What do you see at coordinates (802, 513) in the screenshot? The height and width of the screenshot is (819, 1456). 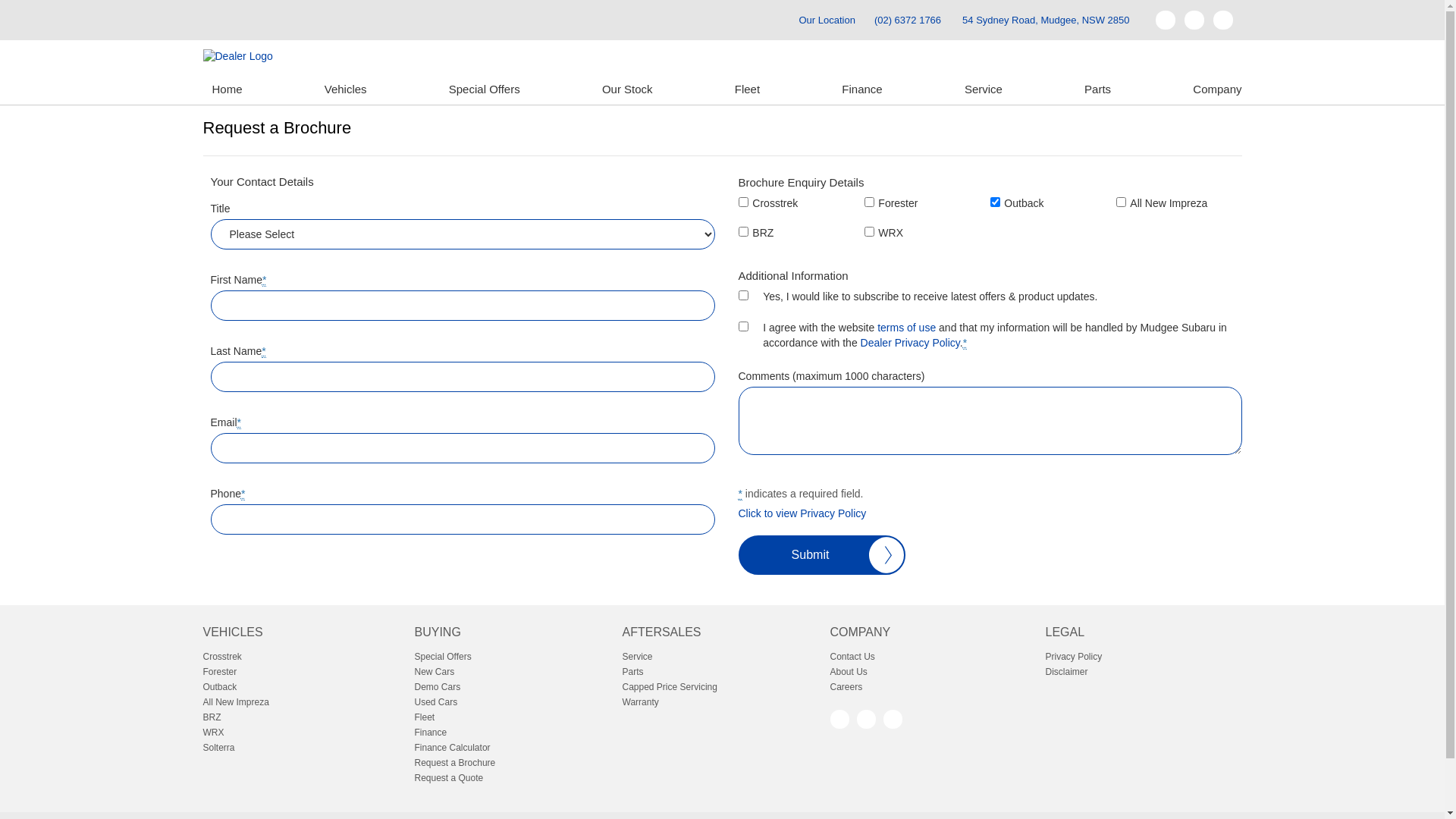 I see `'Click to view Privacy Policy'` at bounding box center [802, 513].